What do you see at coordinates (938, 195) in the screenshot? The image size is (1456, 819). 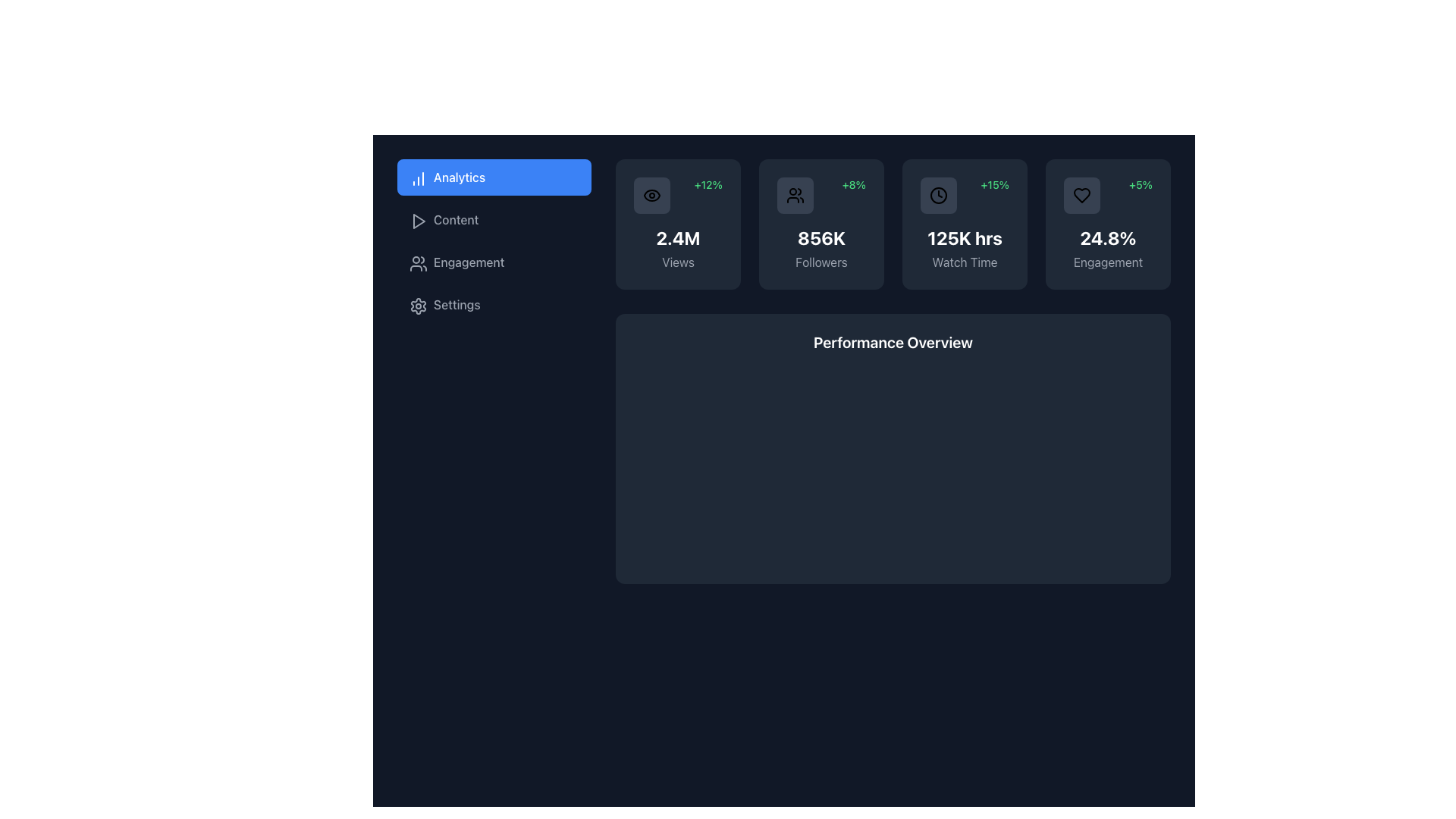 I see `the 'watch time' icon located in the top bar of the third statistics card from the left` at bounding box center [938, 195].